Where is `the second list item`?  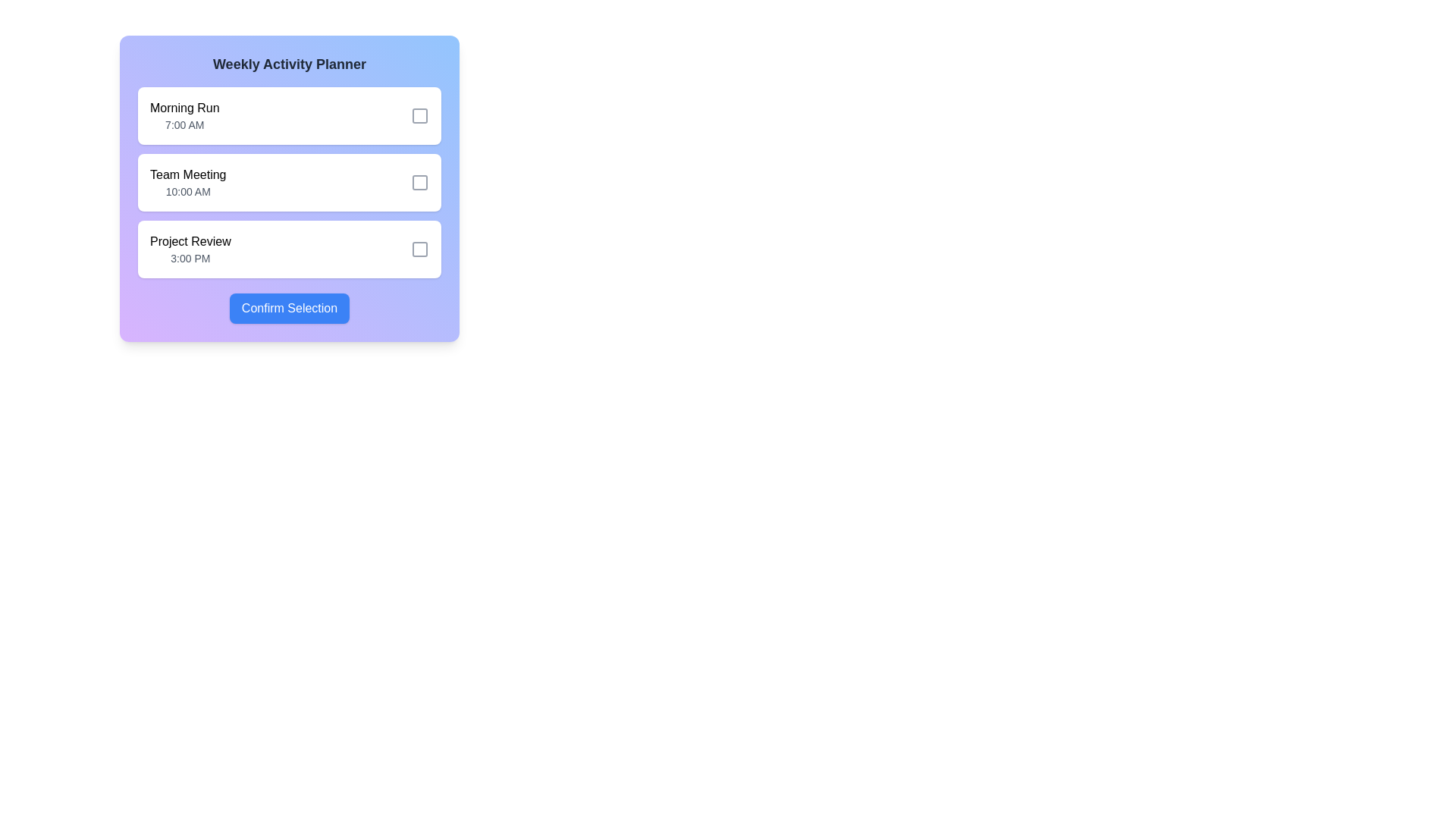
the second list item is located at coordinates (290, 181).